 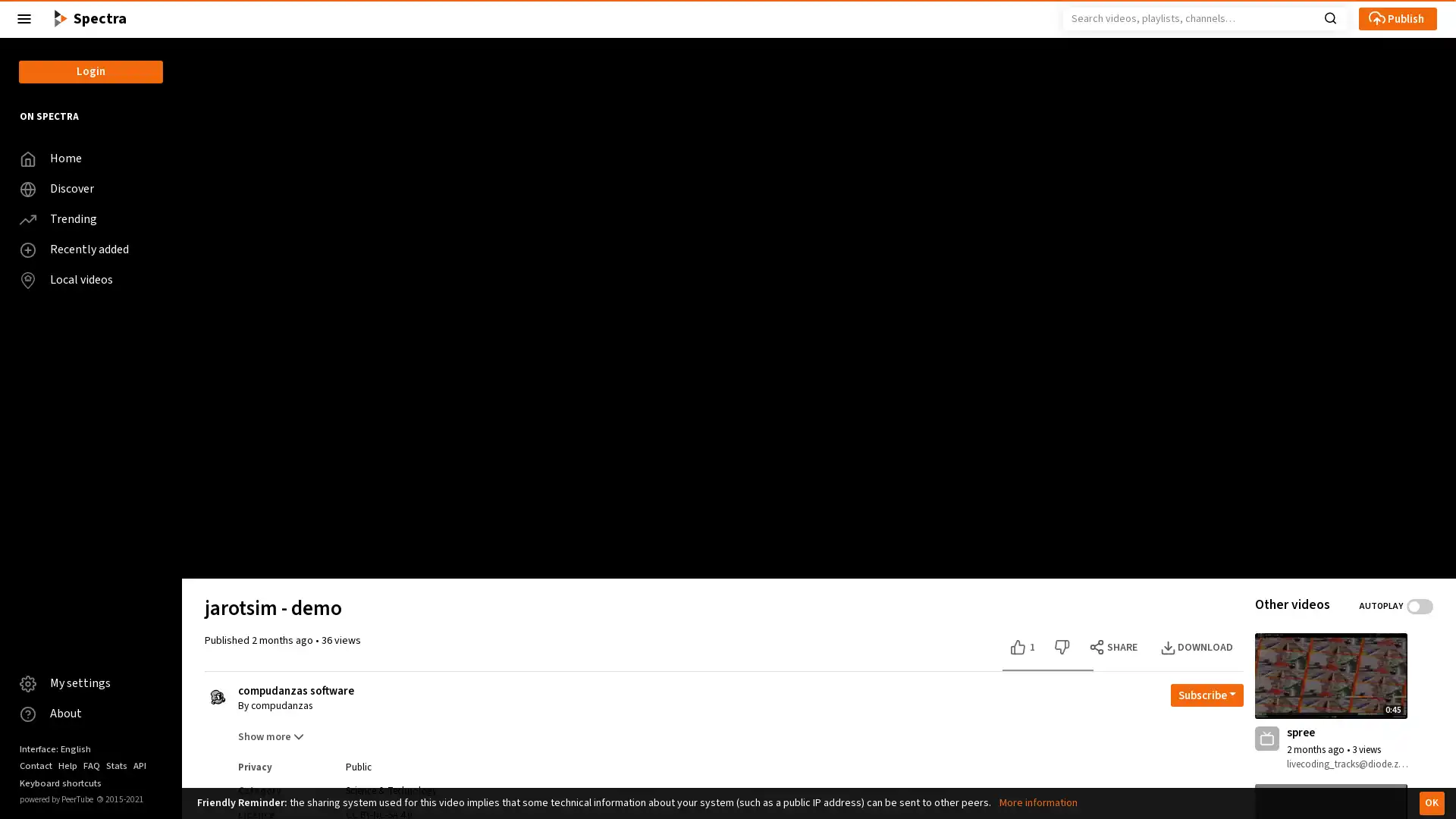 I want to click on DOWNLOAD, so click(x=1197, y=647).